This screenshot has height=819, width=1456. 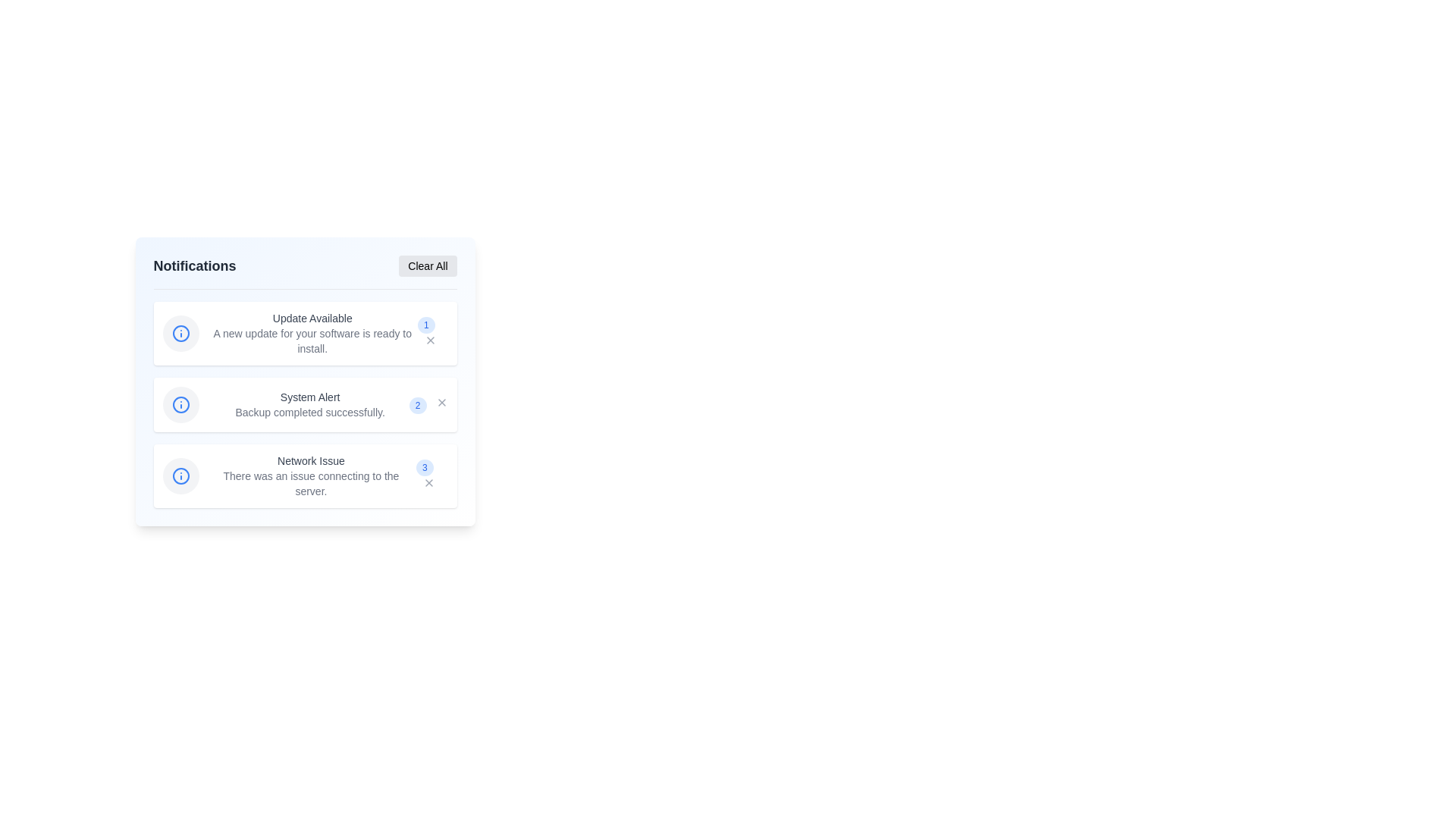 I want to click on the numerical value displayed on the badge located in the top-right area of the first notification item, which indicates the number of notifications related to the 'Update Available' text, so click(x=430, y=332).